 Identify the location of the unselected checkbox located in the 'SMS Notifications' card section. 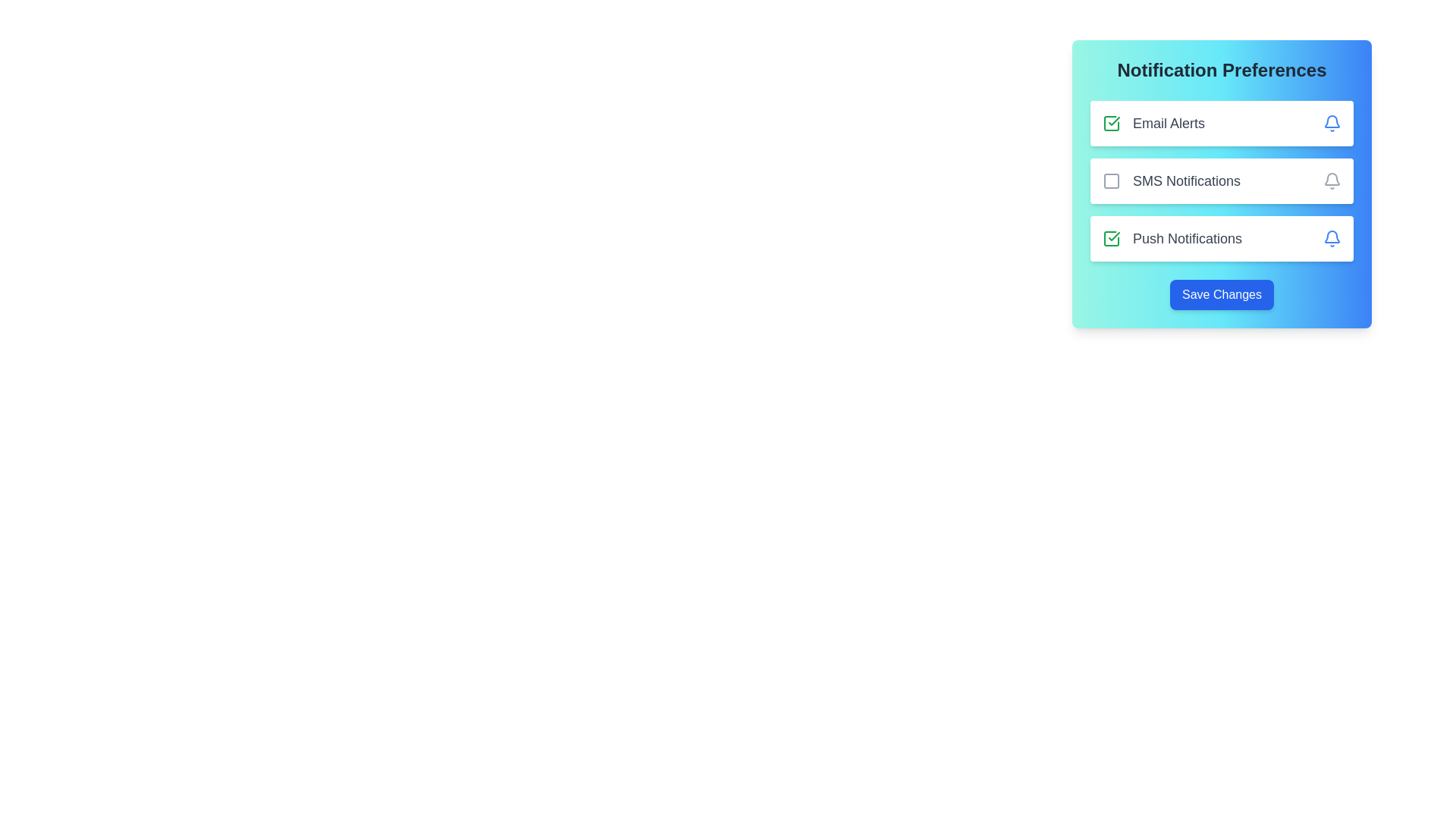
(1111, 180).